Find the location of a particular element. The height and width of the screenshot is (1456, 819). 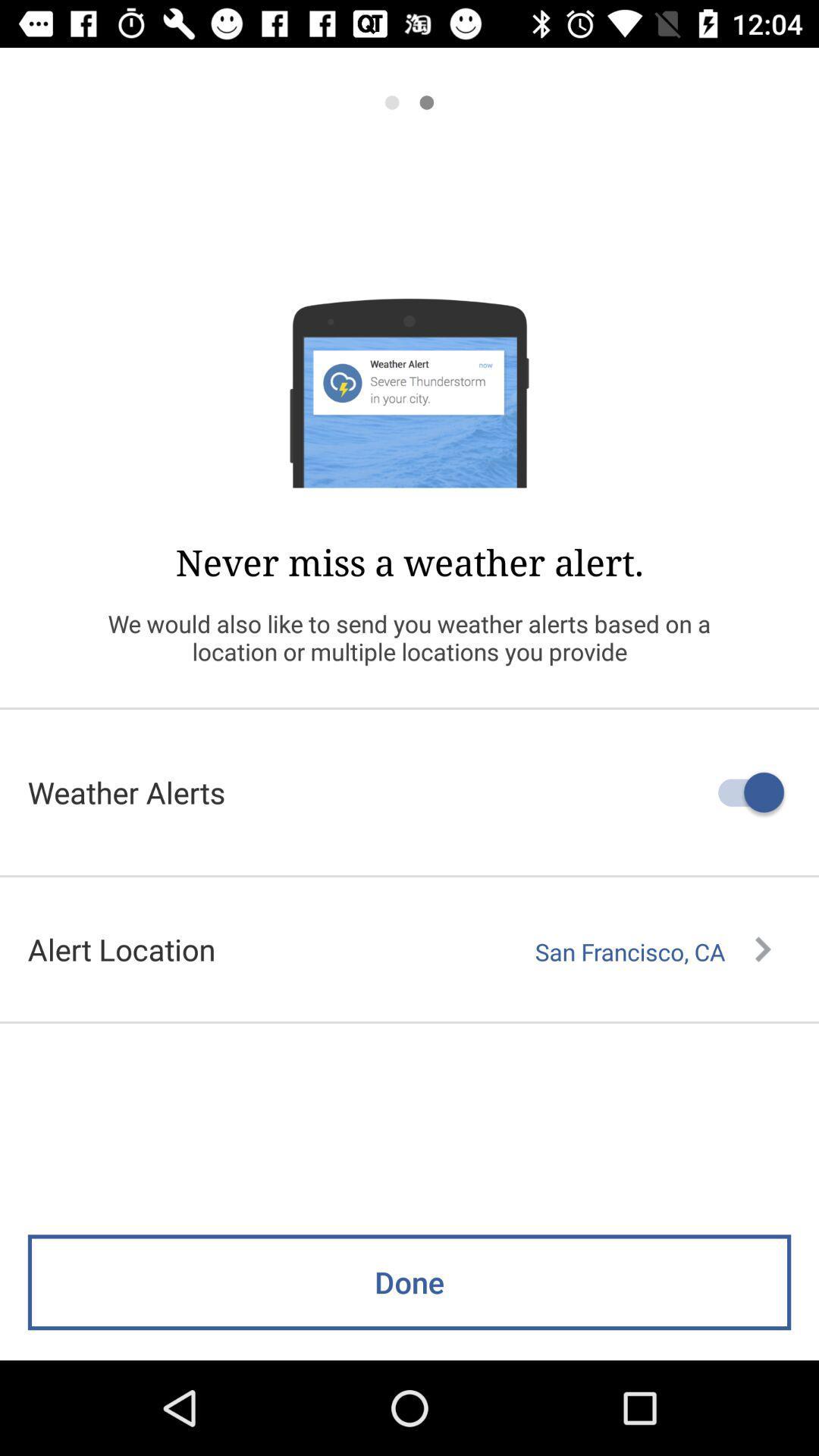

the san francisco, ca icon is located at coordinates (652, 951).